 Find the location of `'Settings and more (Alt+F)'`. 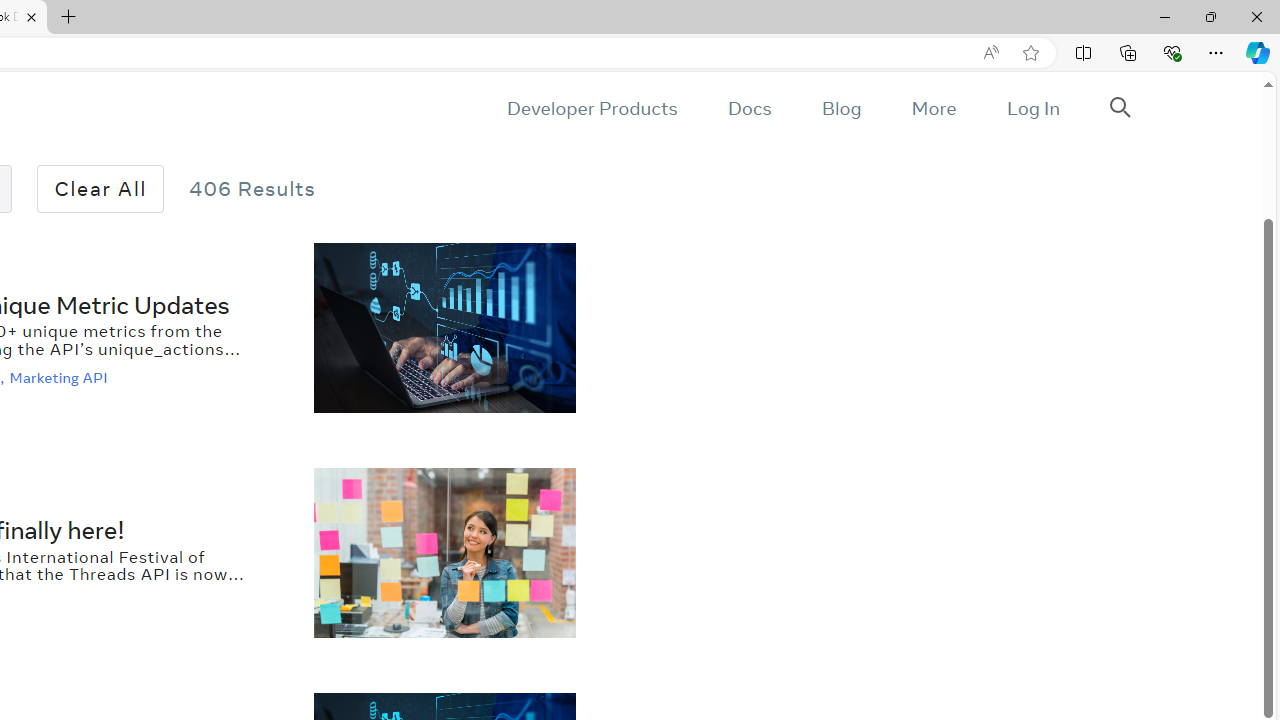

'Settings and more (Alt+F)' is located at coordinates (1215, 51).